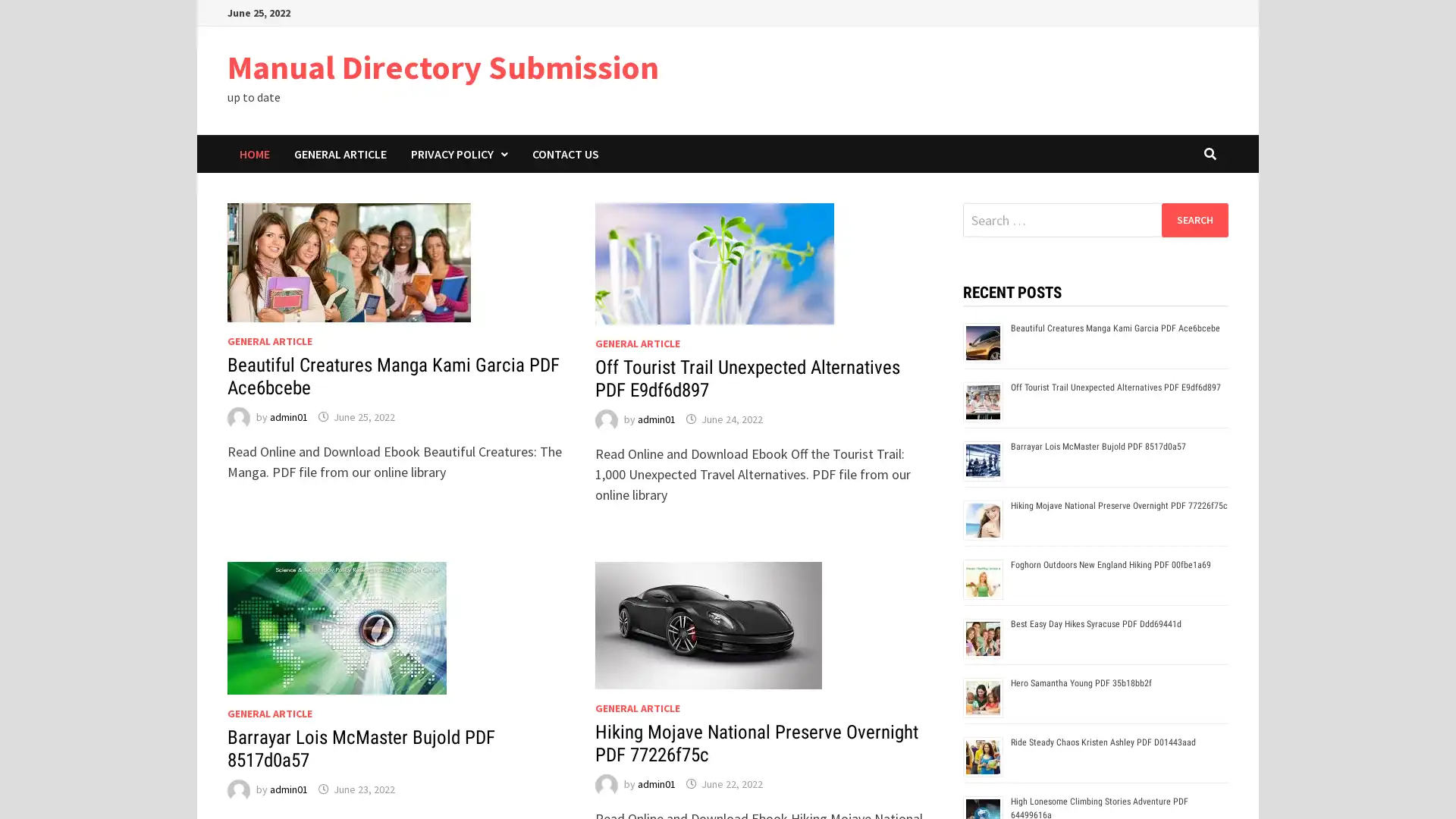 The image size is (1456, 819). Describe the element at coordinates (1194, 219) in the screenshot. I see `Search` at that location.